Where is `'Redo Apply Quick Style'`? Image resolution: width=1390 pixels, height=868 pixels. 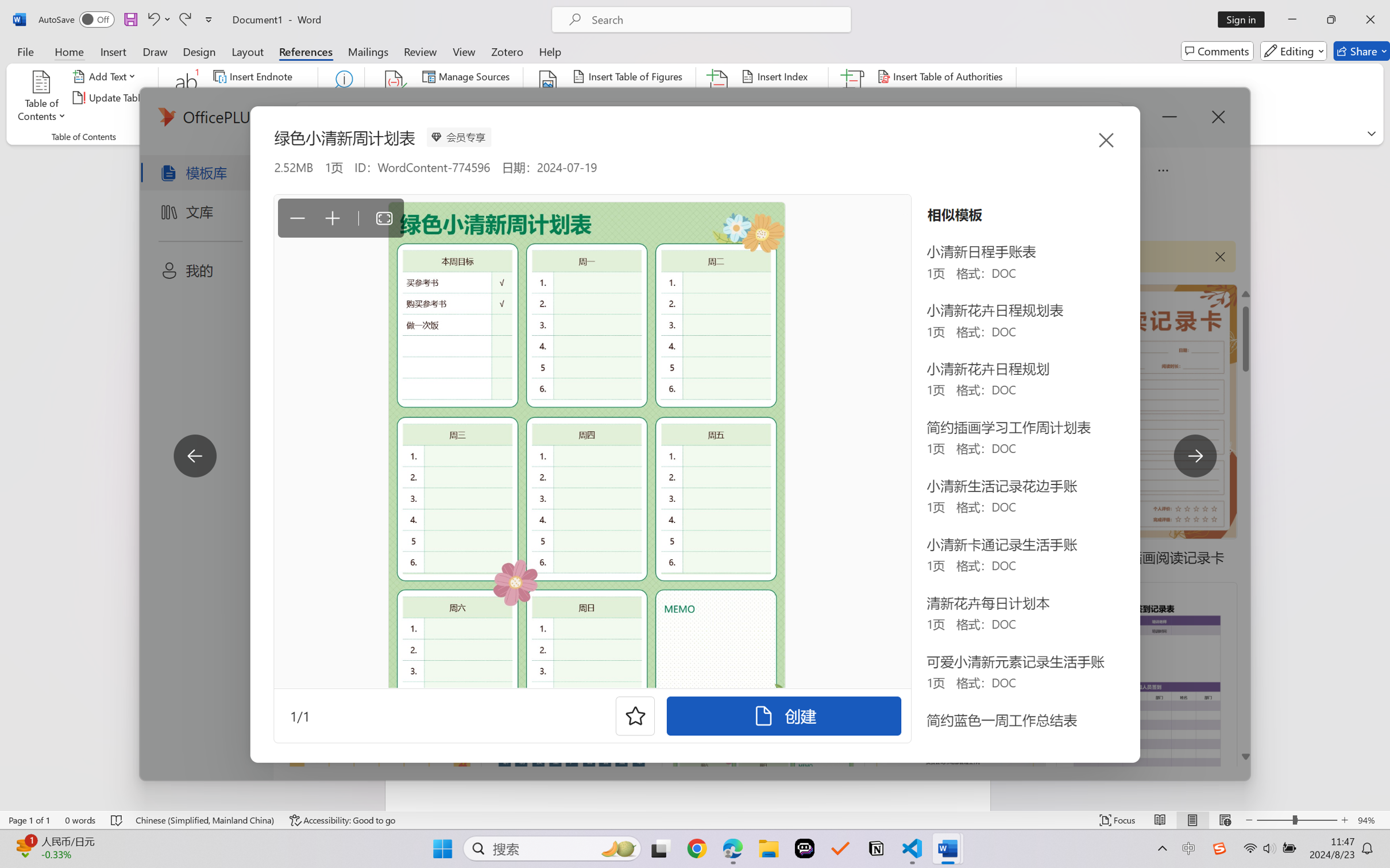 'Redo Apply Quick Style' is located at coordinates (184, 19).